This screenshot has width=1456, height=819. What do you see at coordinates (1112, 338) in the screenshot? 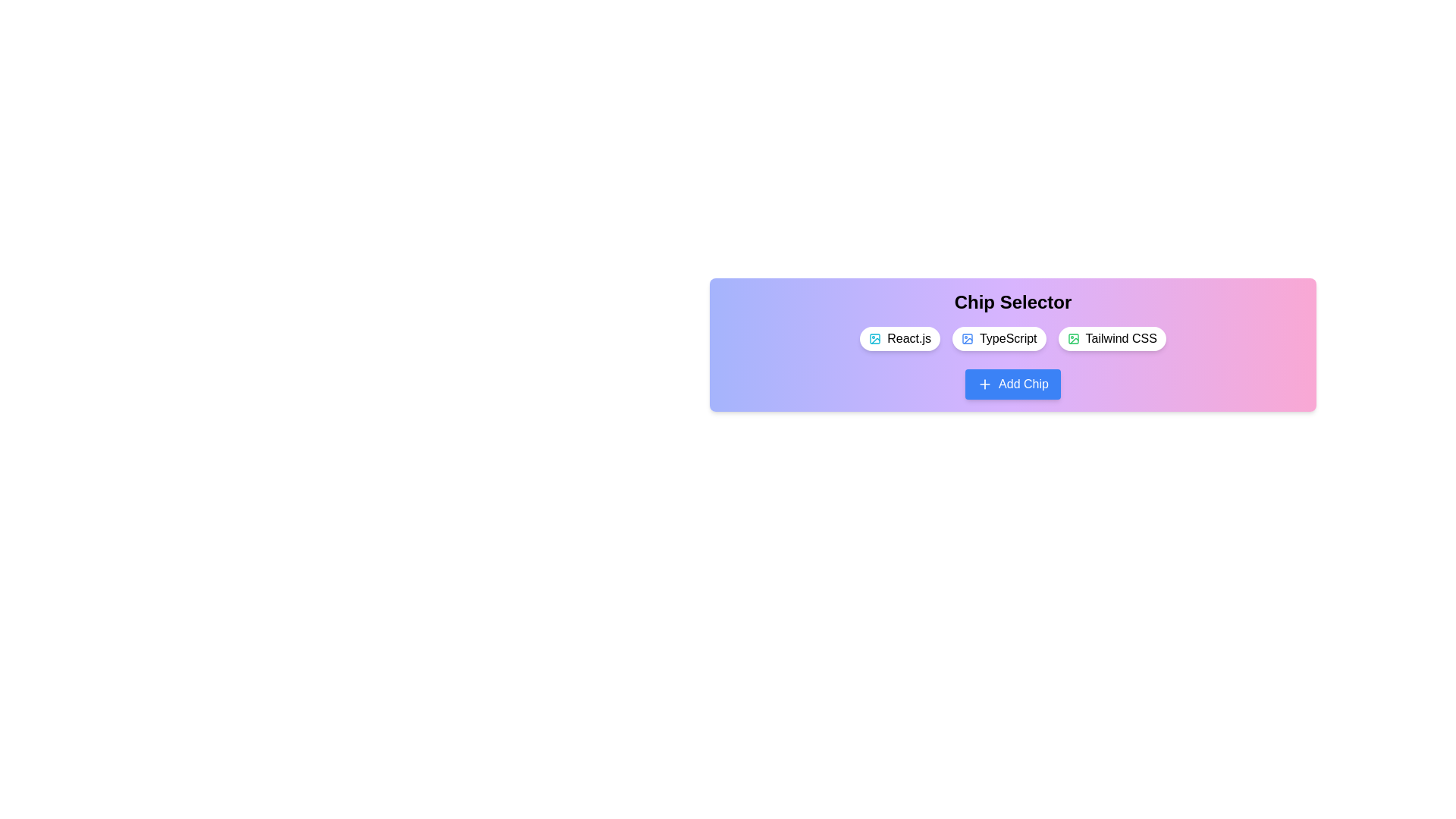
I see `the third selectable chip labeled 'Tailwind CSS'` at bounding box center [1112, 338].